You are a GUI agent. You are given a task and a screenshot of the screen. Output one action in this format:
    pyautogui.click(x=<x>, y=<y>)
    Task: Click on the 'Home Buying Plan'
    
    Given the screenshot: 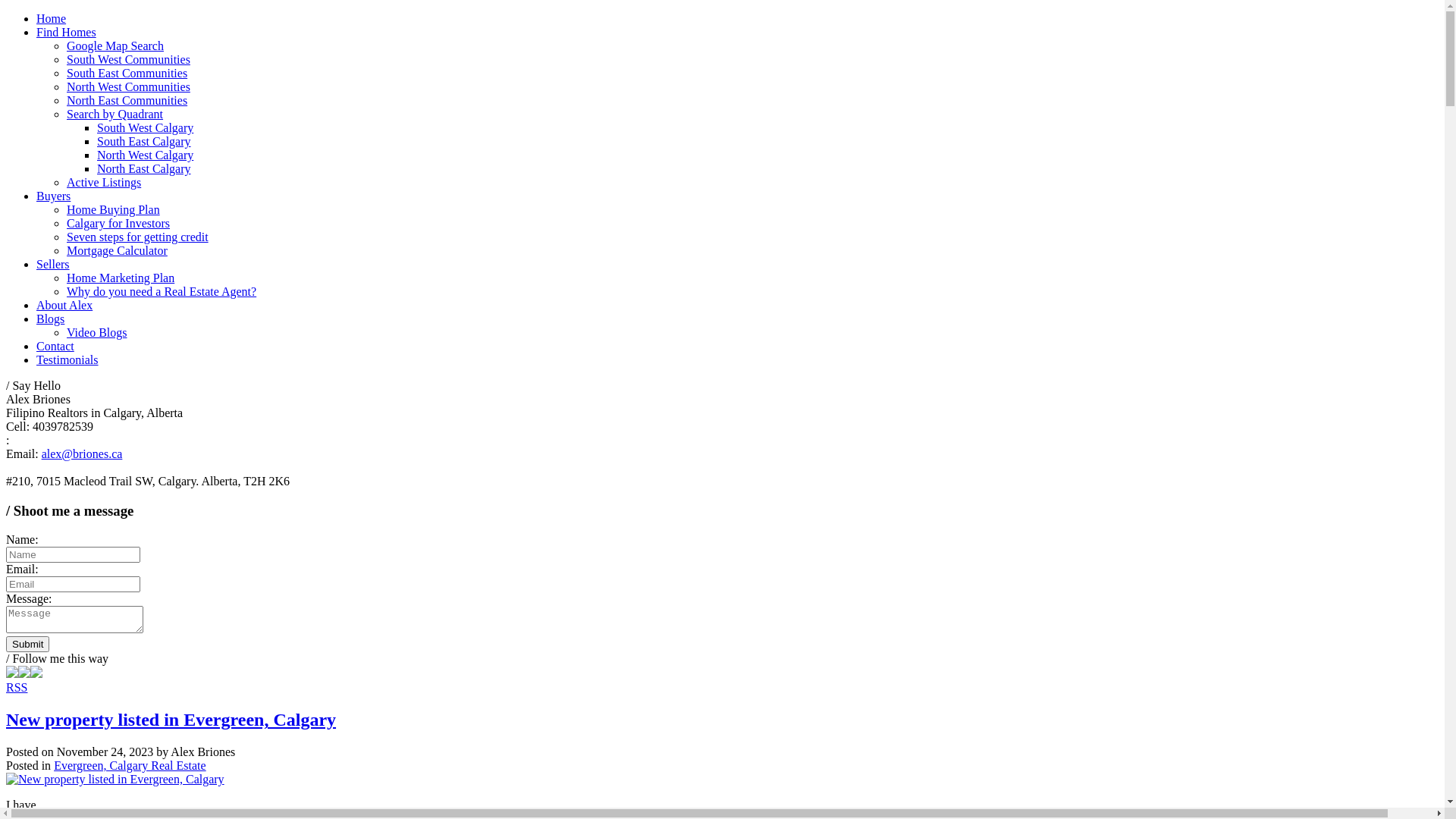 What is the action you would take?
    pyautogui.click(x=112, y=209)
    